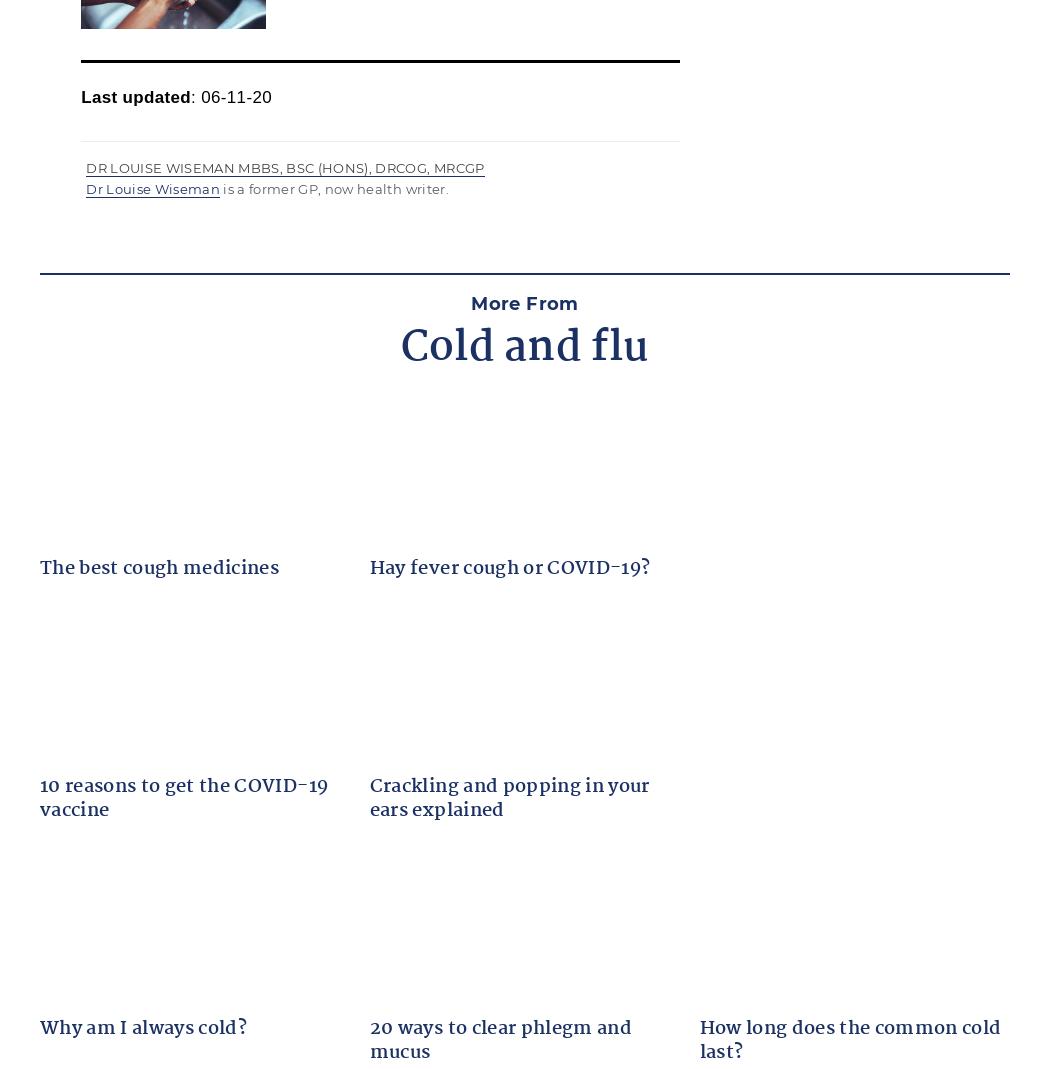 Image resolution: width=1050 pixels, height=1069 pixels. What do you see at coordinates (508, 567) in the screenshot?
I see `'Hay fever cough or COVID-19?'` at bounding box center [508, 567].